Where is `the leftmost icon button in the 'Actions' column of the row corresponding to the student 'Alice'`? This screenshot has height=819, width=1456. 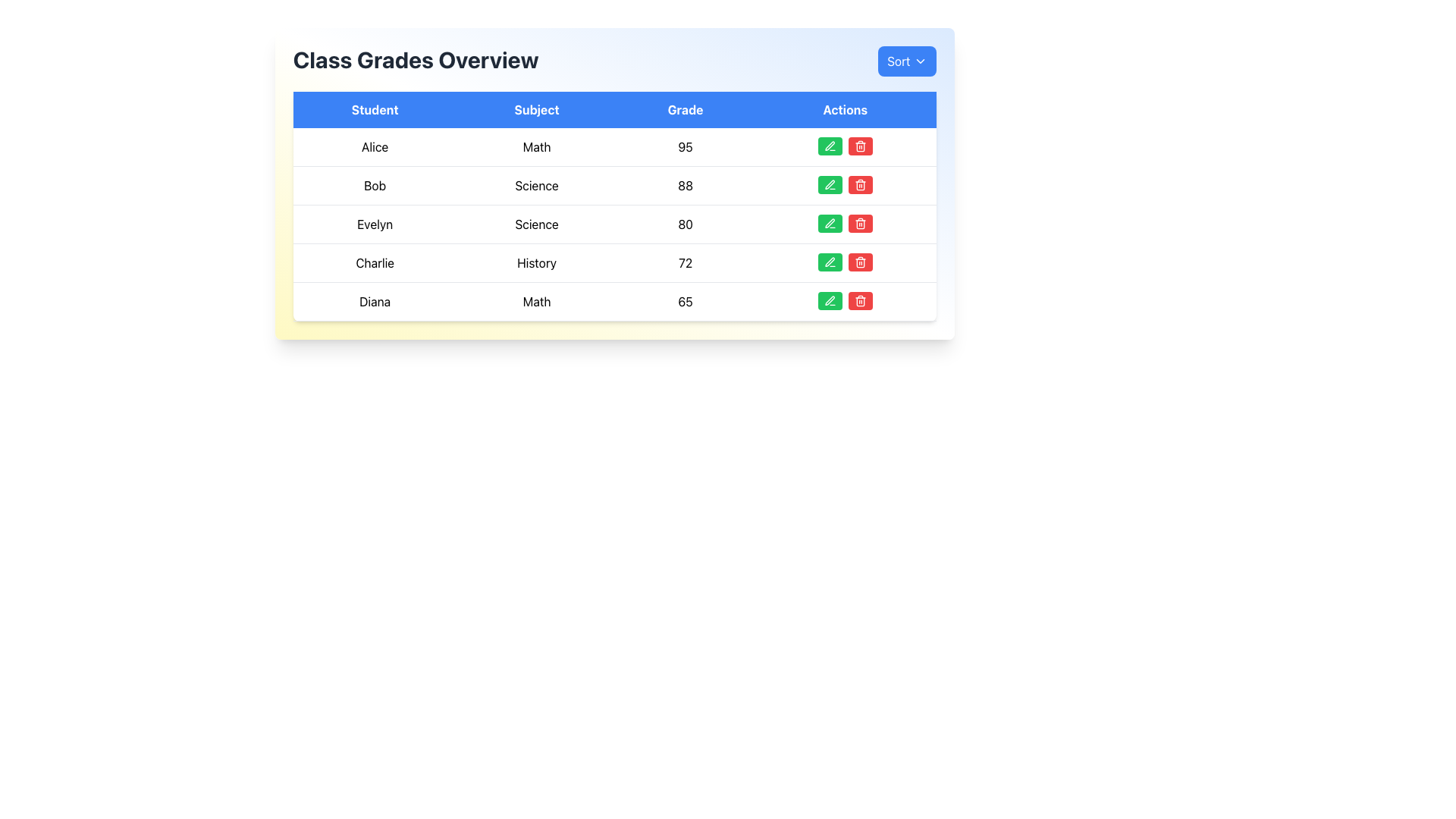
the leftmost icon button in the 'Actions' column of the row corresponding to the student 'Alice' is located at coordinates (829, 146).